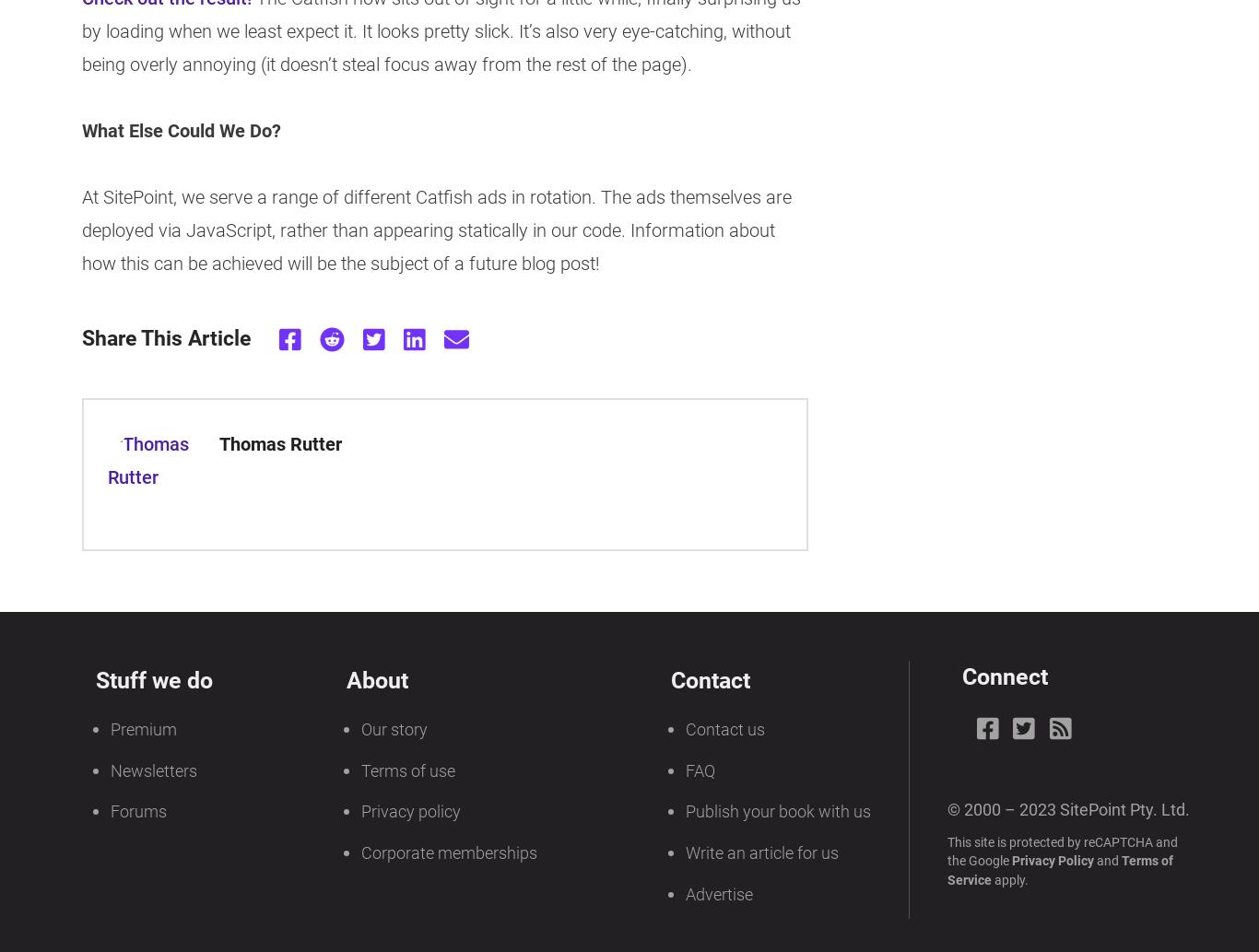  I want to click on 'Advertise', so click(718, 894).